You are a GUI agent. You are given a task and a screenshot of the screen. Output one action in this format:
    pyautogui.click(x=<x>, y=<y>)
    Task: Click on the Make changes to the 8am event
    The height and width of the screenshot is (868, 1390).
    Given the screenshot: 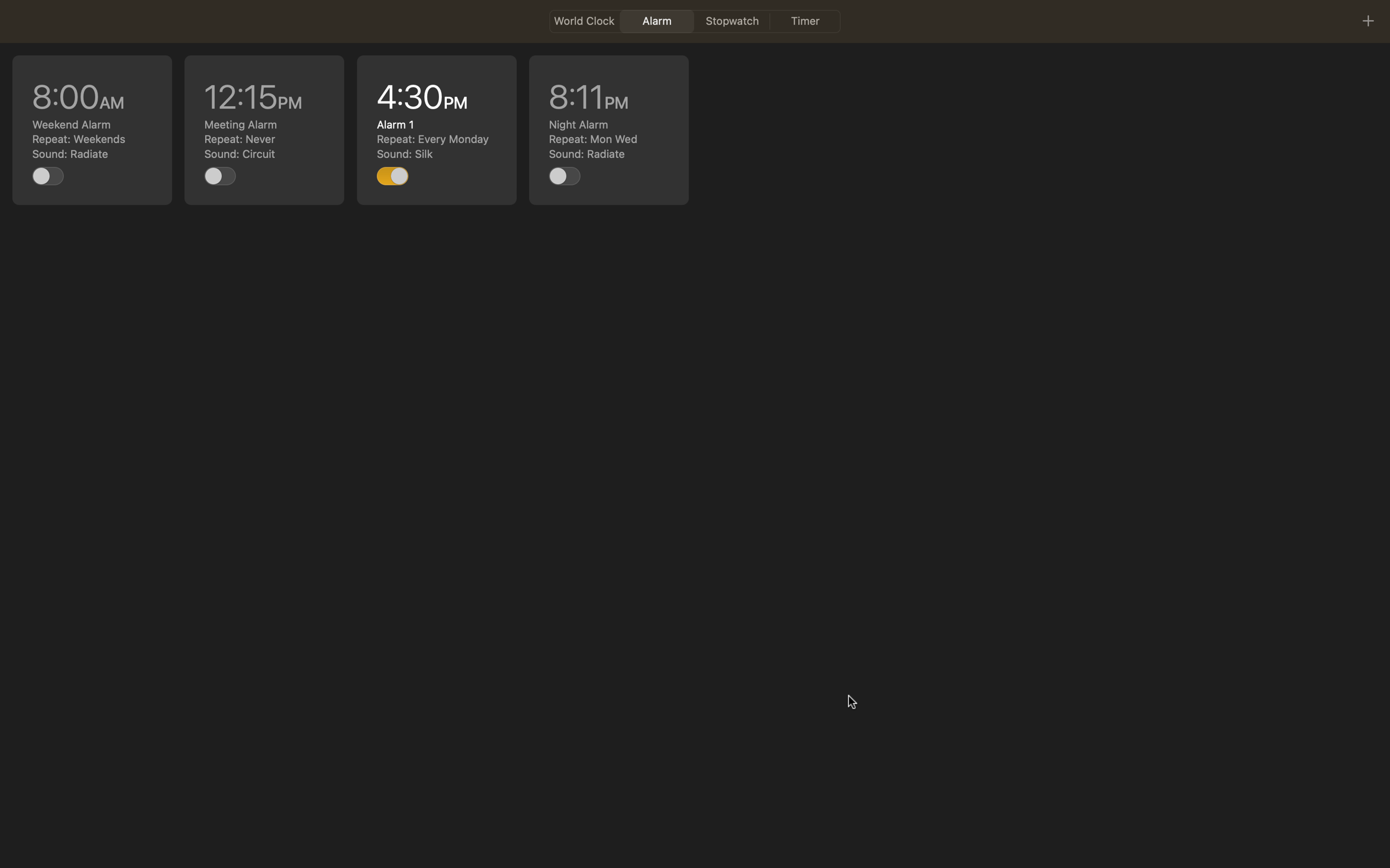 What is the action you would take?
    pyautogui.click(x=92, y=129)
    